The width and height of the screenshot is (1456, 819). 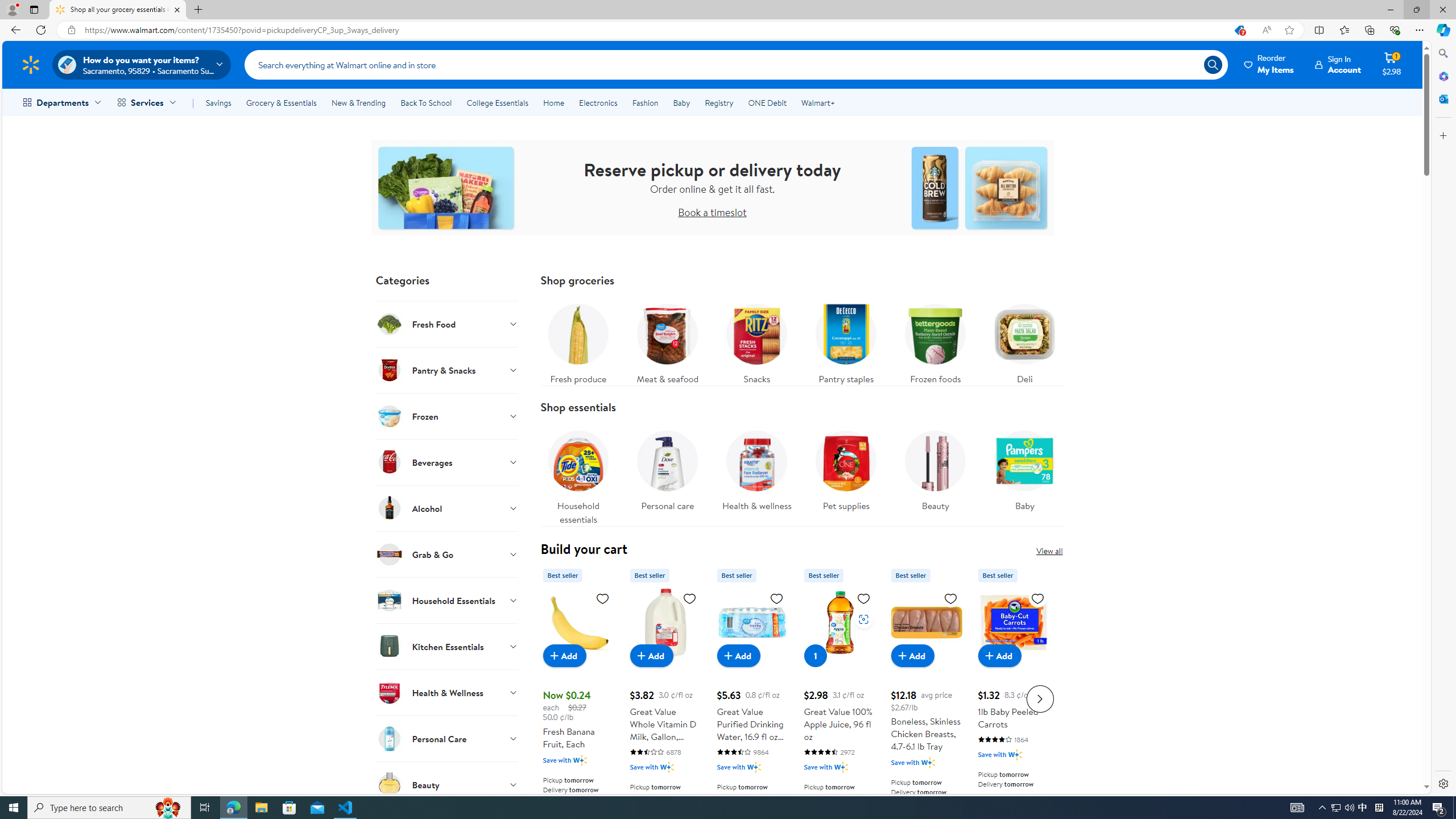 I want to click on 'Deli', so click(x=1024, y=340).